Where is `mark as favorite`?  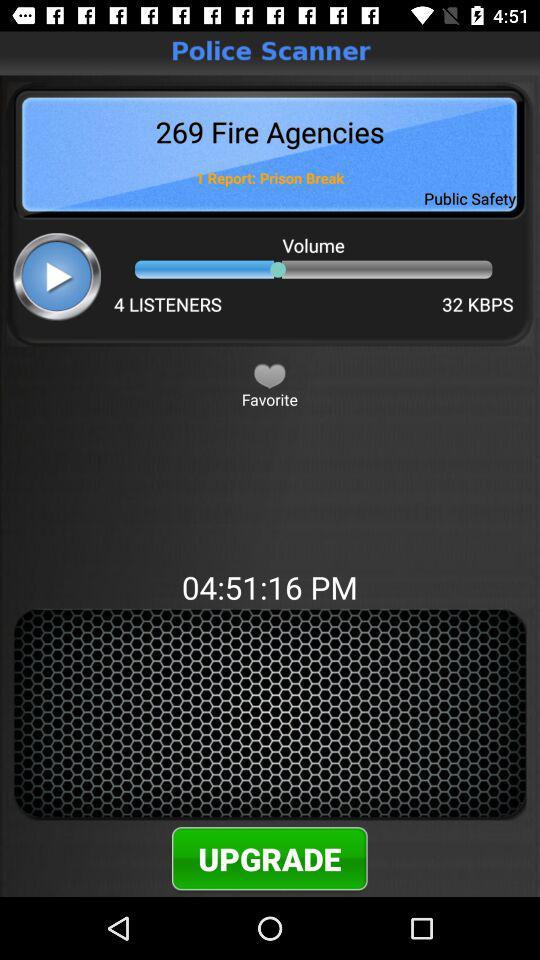 mark as favorite is located at coordinates (269, 374).